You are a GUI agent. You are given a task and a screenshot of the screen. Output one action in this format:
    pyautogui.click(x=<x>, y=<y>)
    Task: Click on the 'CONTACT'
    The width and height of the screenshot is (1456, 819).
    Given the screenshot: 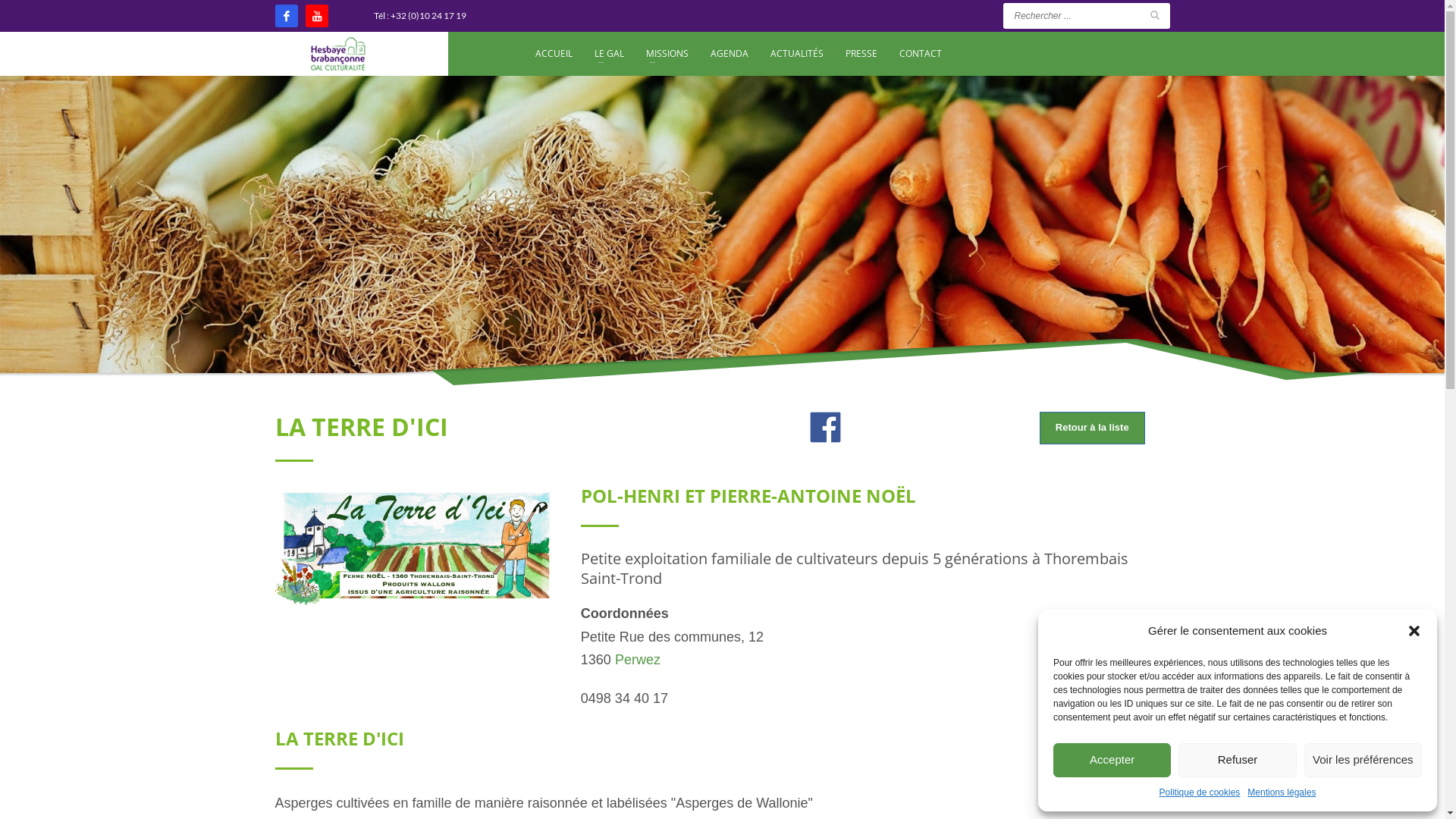 What is the action you would take?
    pyautogui.click(x=920, y=52)
    